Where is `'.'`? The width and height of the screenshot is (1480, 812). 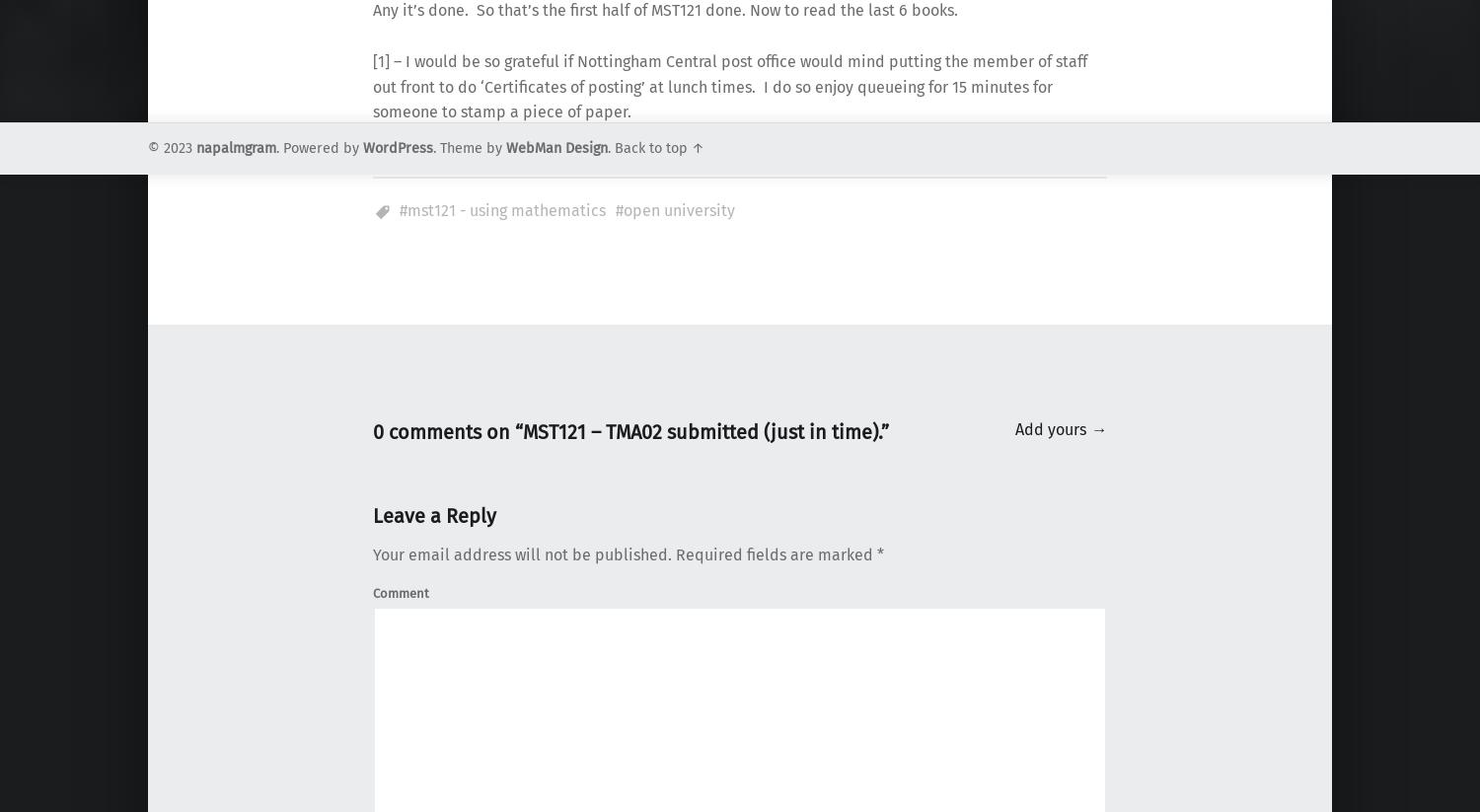 '.' is located at coordinates (610, 147).